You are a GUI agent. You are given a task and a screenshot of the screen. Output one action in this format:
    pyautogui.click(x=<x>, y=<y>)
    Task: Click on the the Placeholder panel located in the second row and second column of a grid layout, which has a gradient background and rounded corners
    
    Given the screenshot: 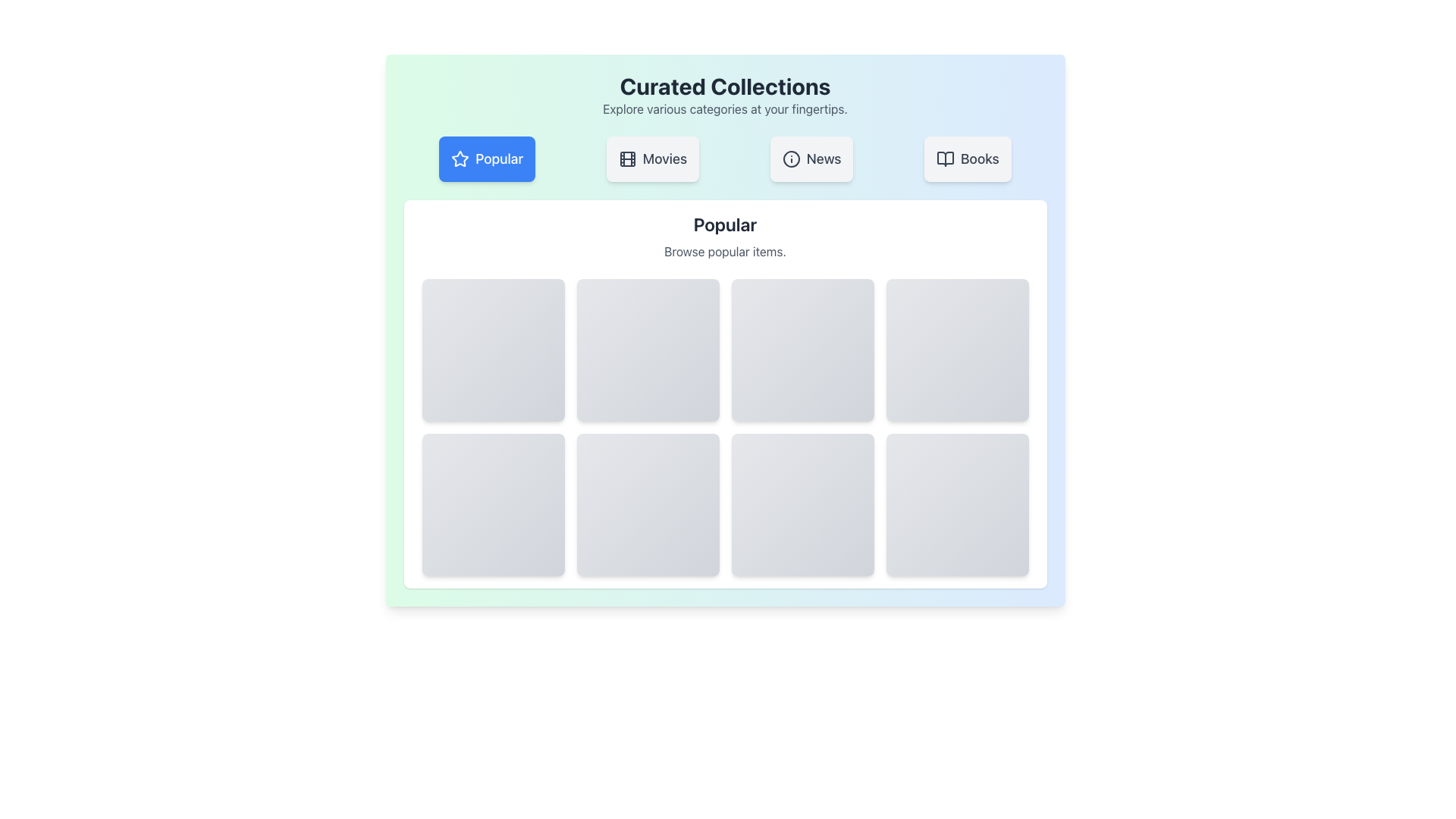 What is the action you would take?
    pyautogui.click(x=648, y=505)
    